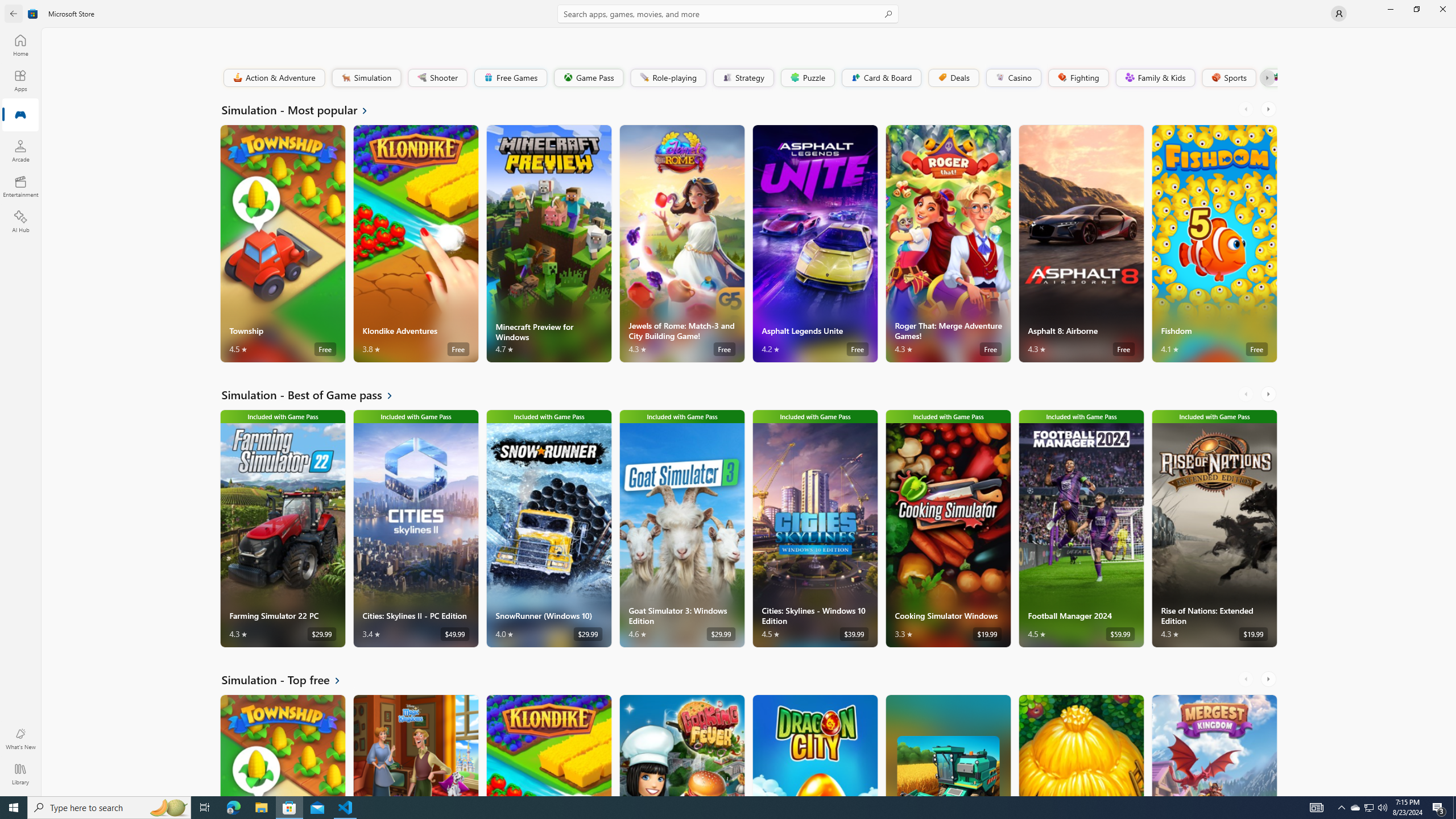  Describe the element at coordinates (274, 77) in the screenshot. I see `'Action & Adventure'` at that location.